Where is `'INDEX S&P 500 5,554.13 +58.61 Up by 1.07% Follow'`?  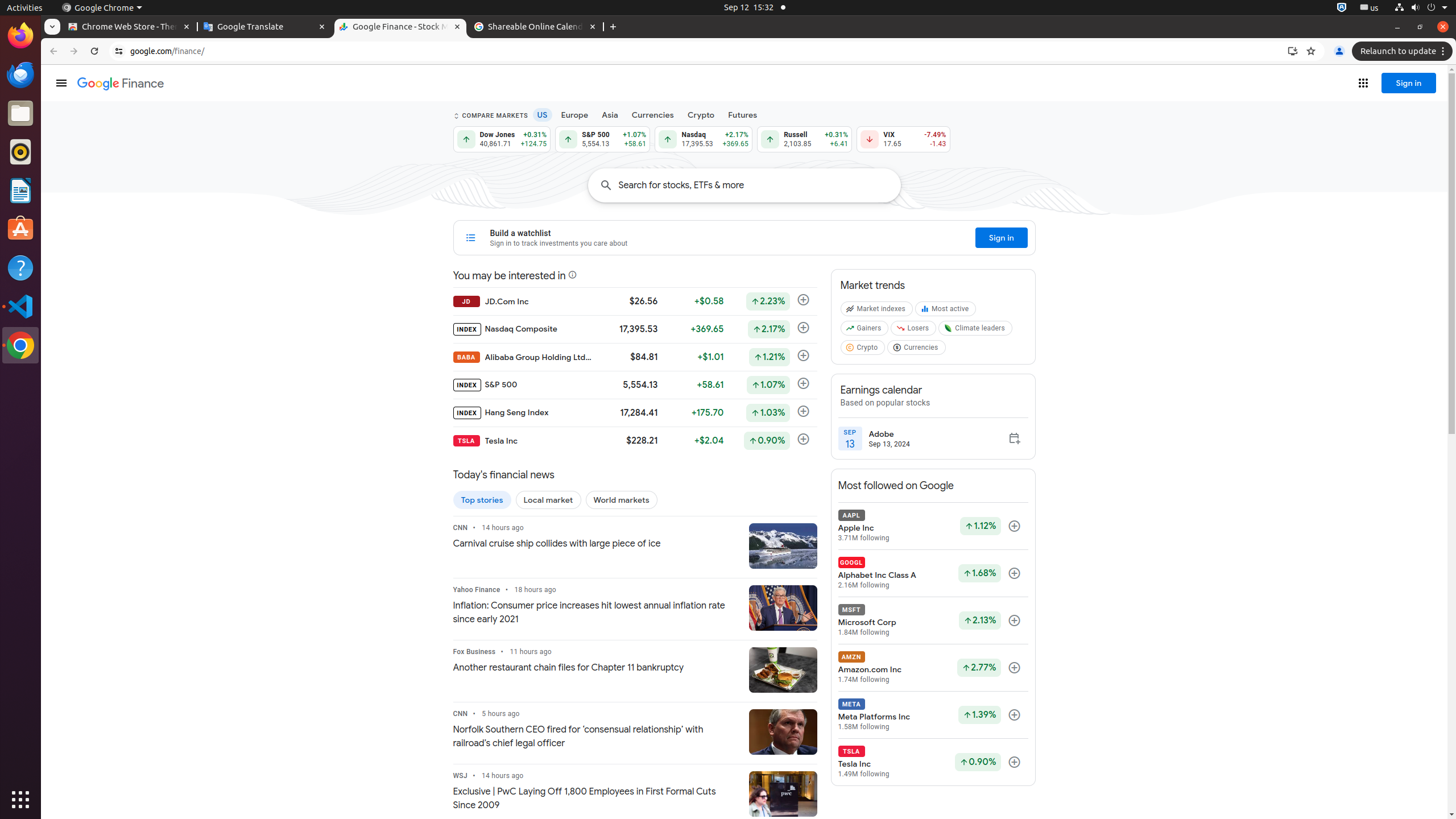
'INDEX S&P 500 5,554.13 +58.61 Up by 1.07% Follow' is located at coordinates (635, 384).